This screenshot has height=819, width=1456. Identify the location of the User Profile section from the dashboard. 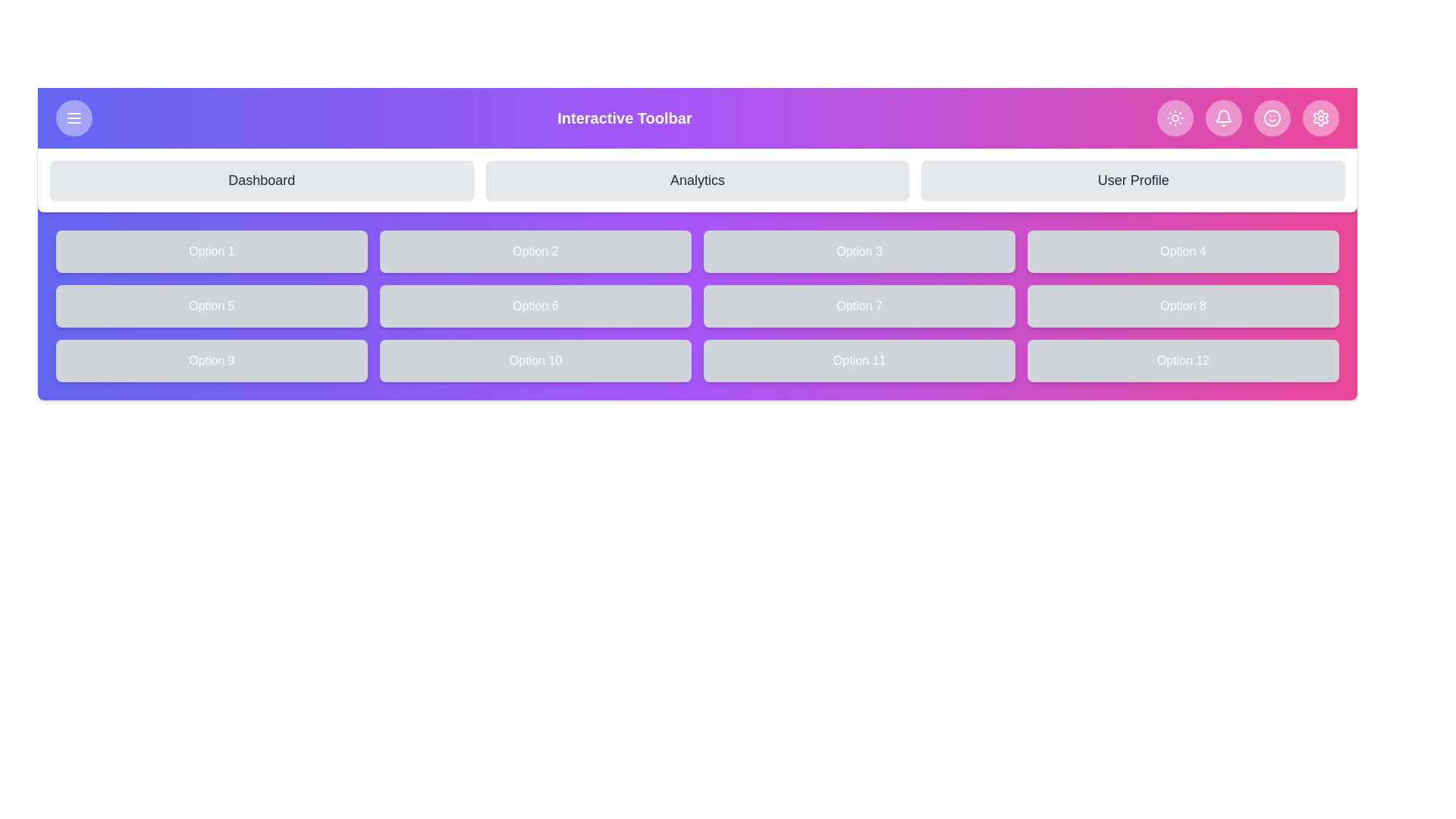
(1133, 180).